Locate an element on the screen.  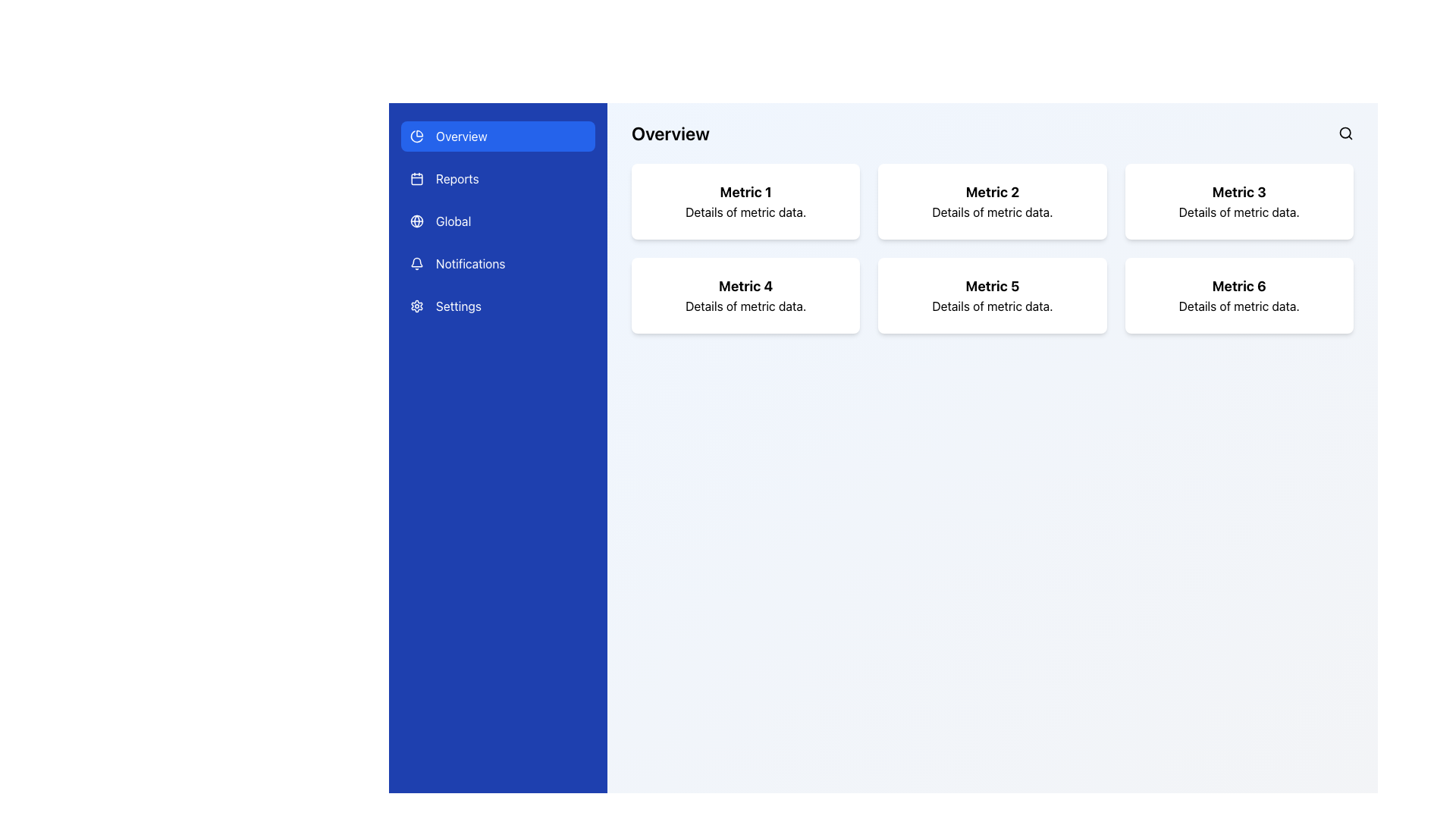
the static text label that provides information about 'Metric 6', located in the bottom-right card of the grid layout, specifically the second sub-element after the 'Metric 6' heading is located at coordinates (1239, 306).